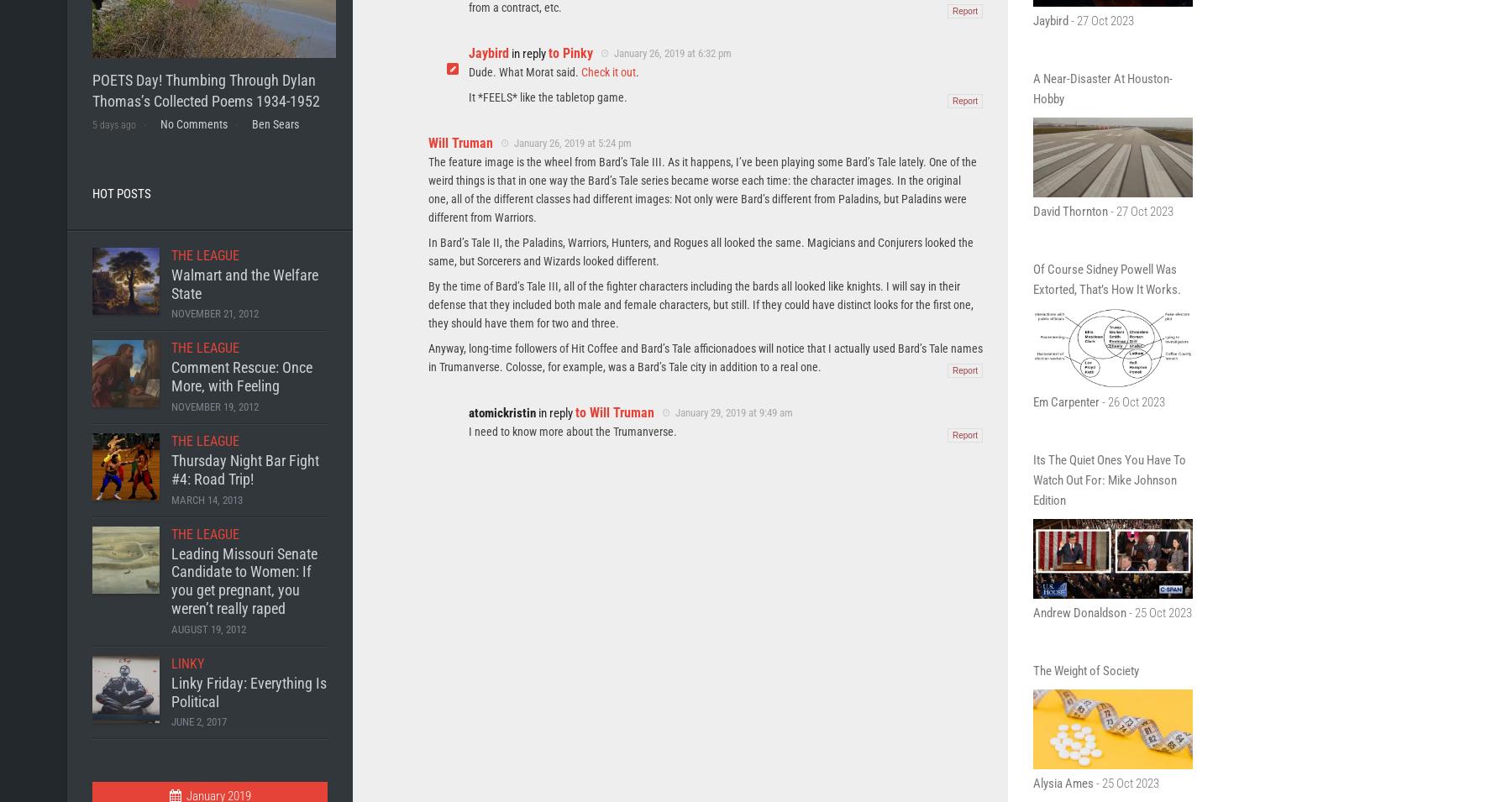 The image size is (1512, 802). What do you see at coordinates (548, 95) in the screenshot?
I see `'It *FEELS* like the tabletop game.'` at bounding box center [548, 95].